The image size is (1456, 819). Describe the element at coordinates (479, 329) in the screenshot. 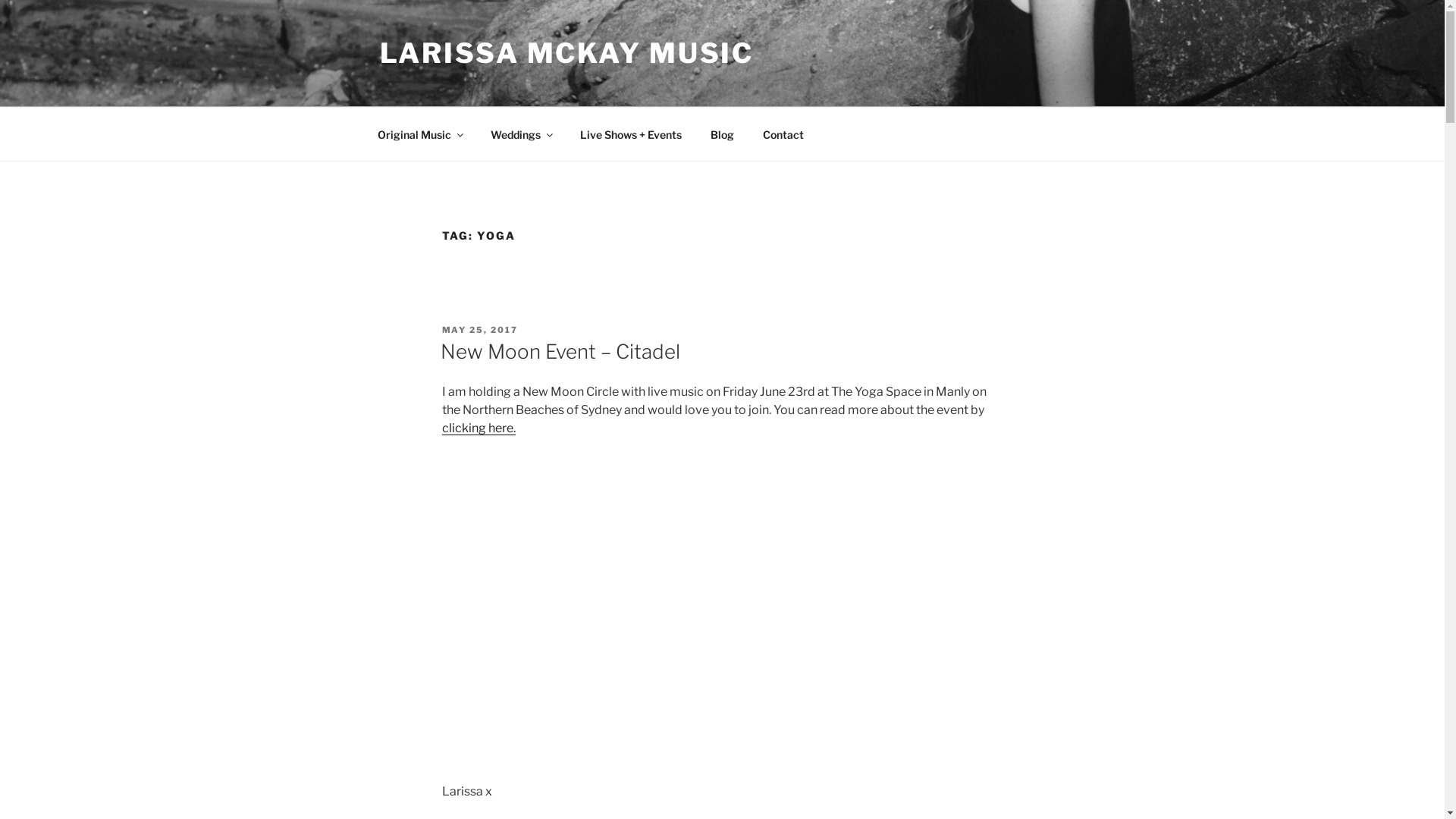

I see `'MAY 25, 2017'` at that location.